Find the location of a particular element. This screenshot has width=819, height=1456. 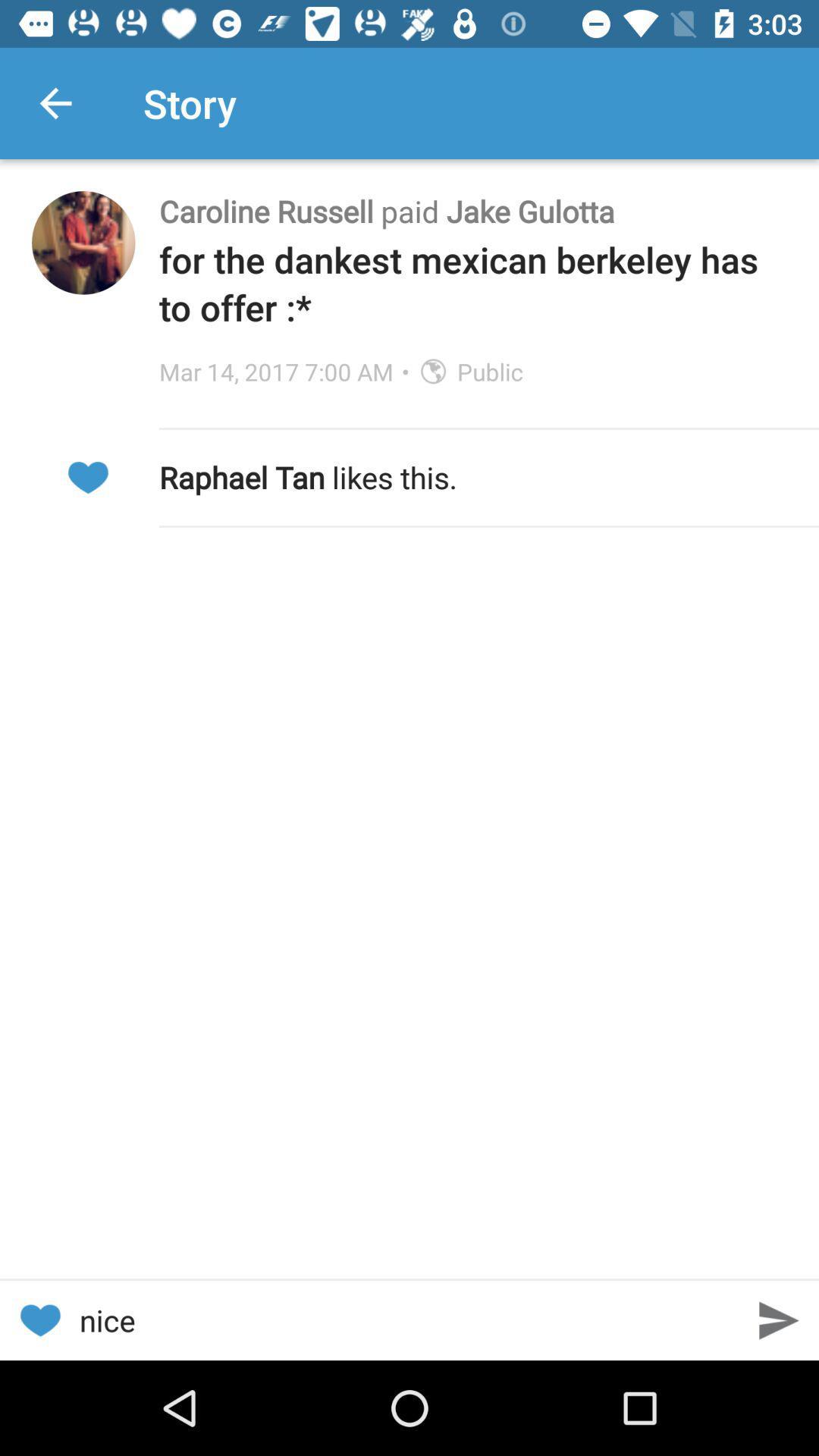

for the dankest is located at coordinates (472, 283).